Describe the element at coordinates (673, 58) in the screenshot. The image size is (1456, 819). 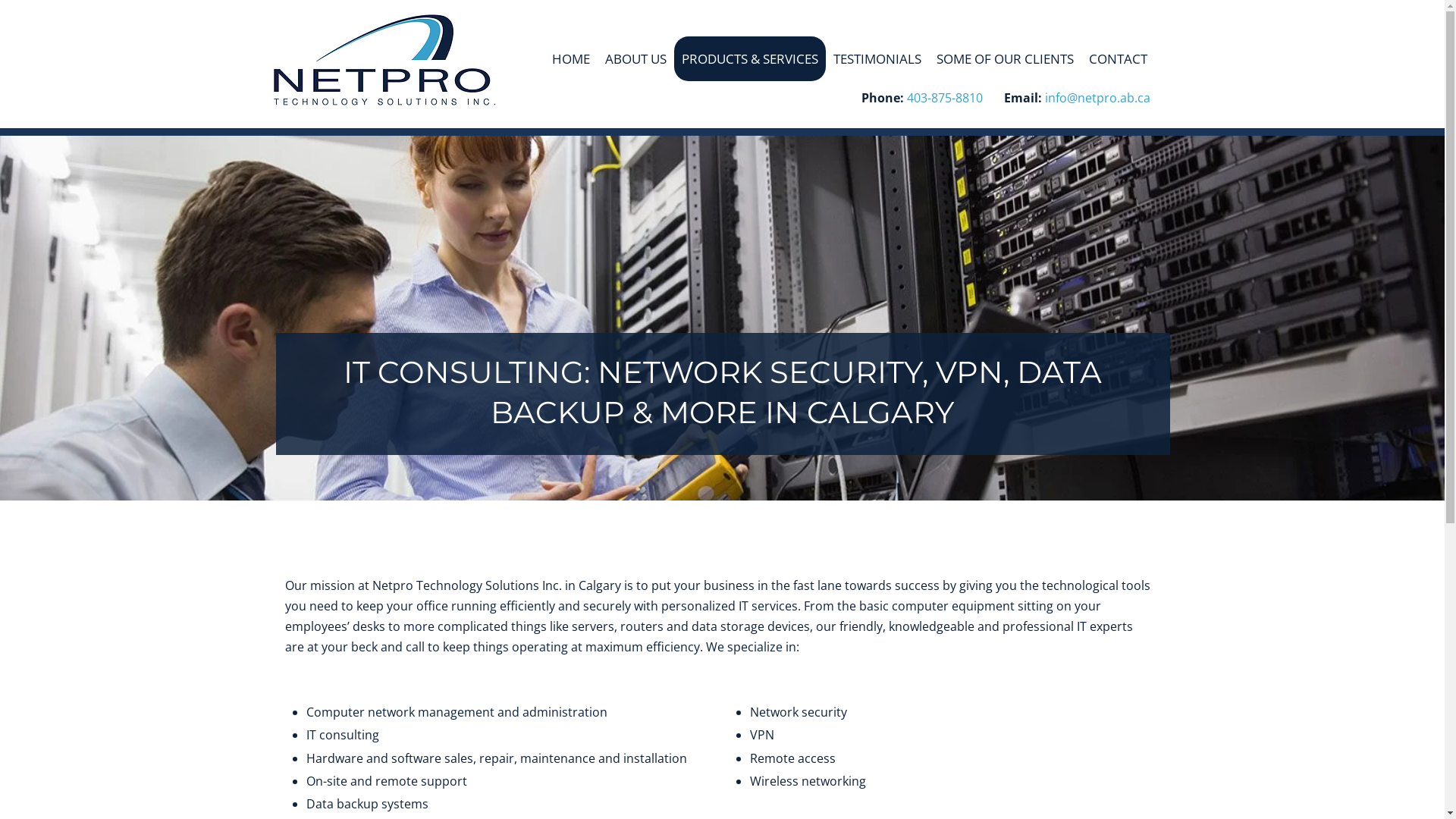
I see `'PRODUCTS & SERVICES'` at that location.